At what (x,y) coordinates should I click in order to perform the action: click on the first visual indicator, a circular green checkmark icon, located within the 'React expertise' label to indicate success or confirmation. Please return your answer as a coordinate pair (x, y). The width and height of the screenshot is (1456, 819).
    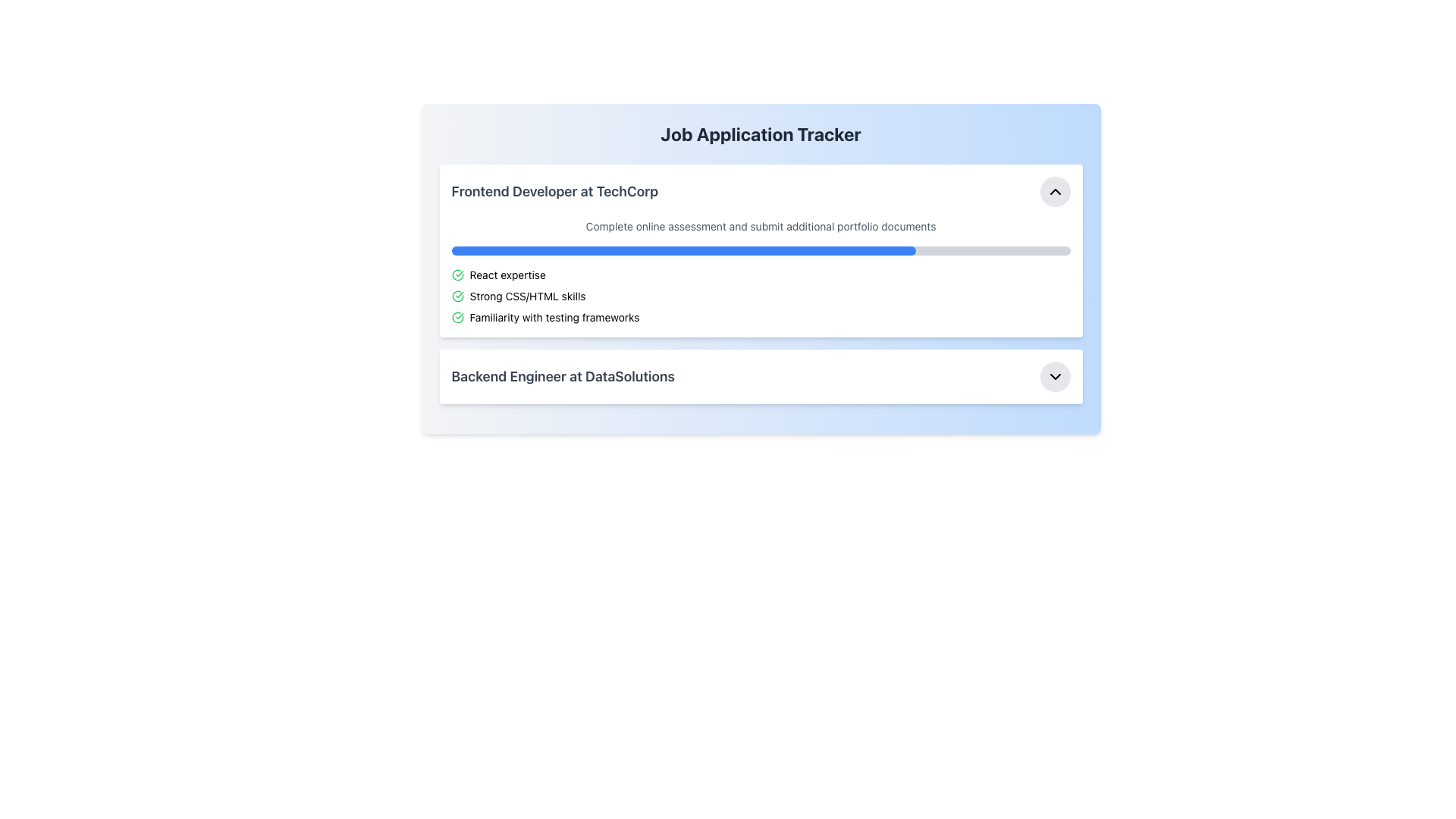
    Looking at the image, I should click on (457, 275).